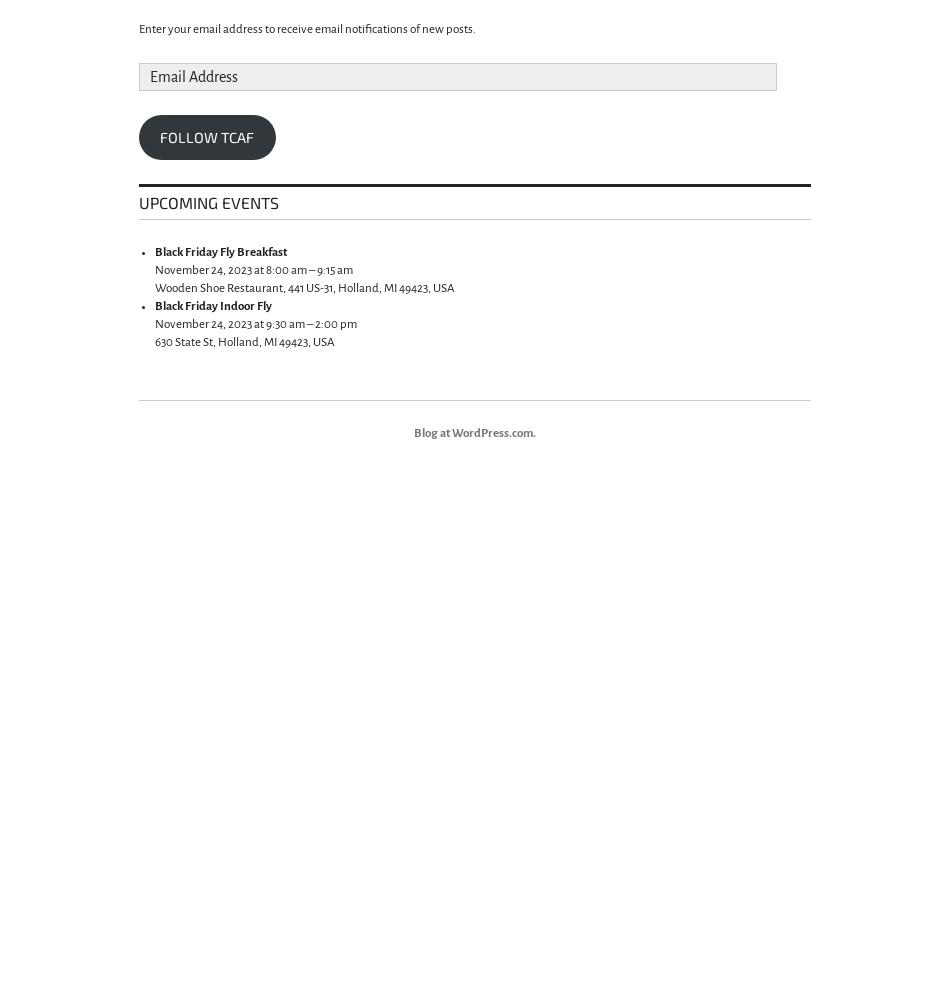  What do you see at coordinates (155, 323) in the screenshot?
I see `'November 24, 2023 at 9:30 am – 2:00 pm'` at bounding box center [155, 323].